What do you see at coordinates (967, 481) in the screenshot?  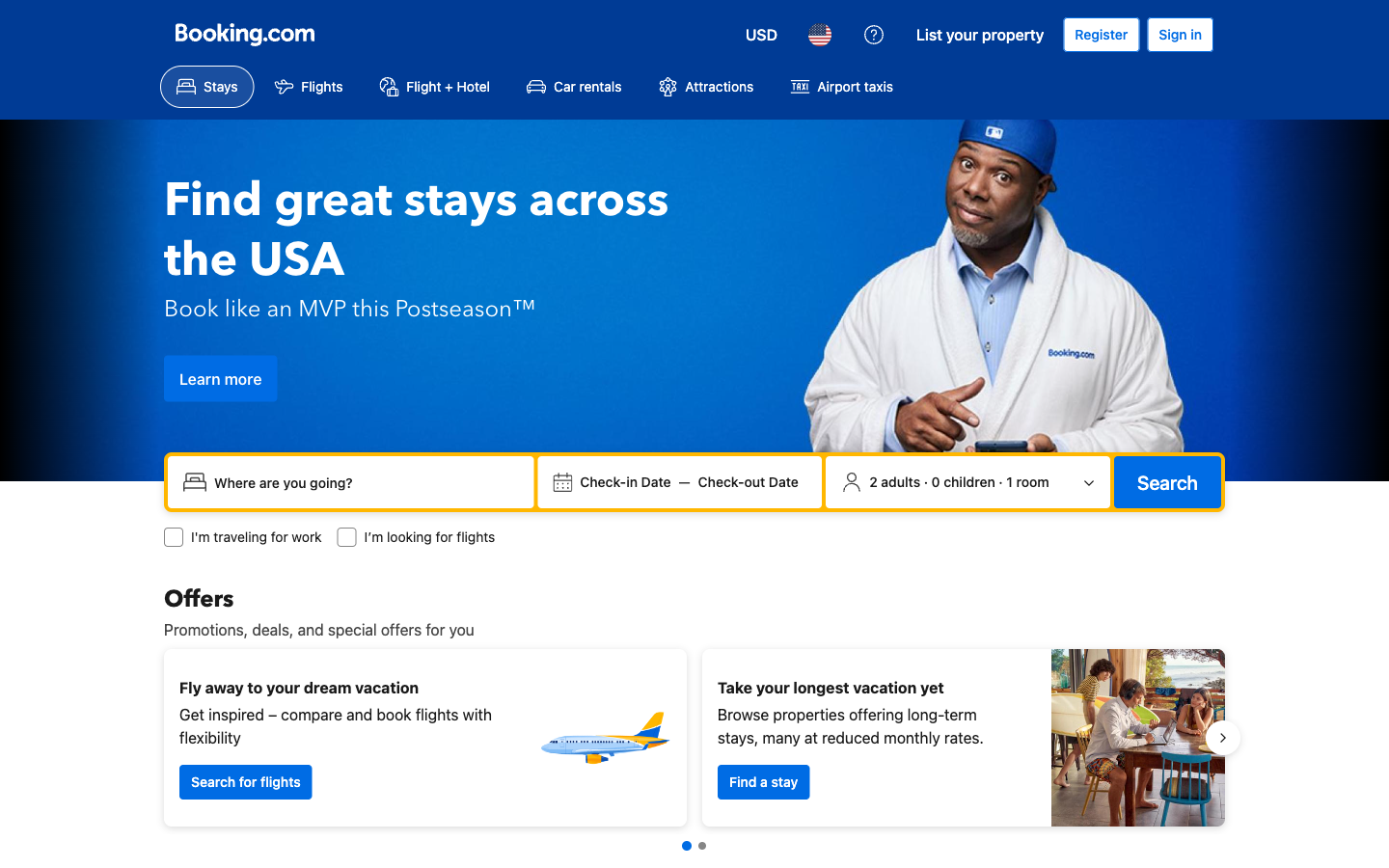 I see `Change the number of residents in the room` at bounding box center [967, 481].